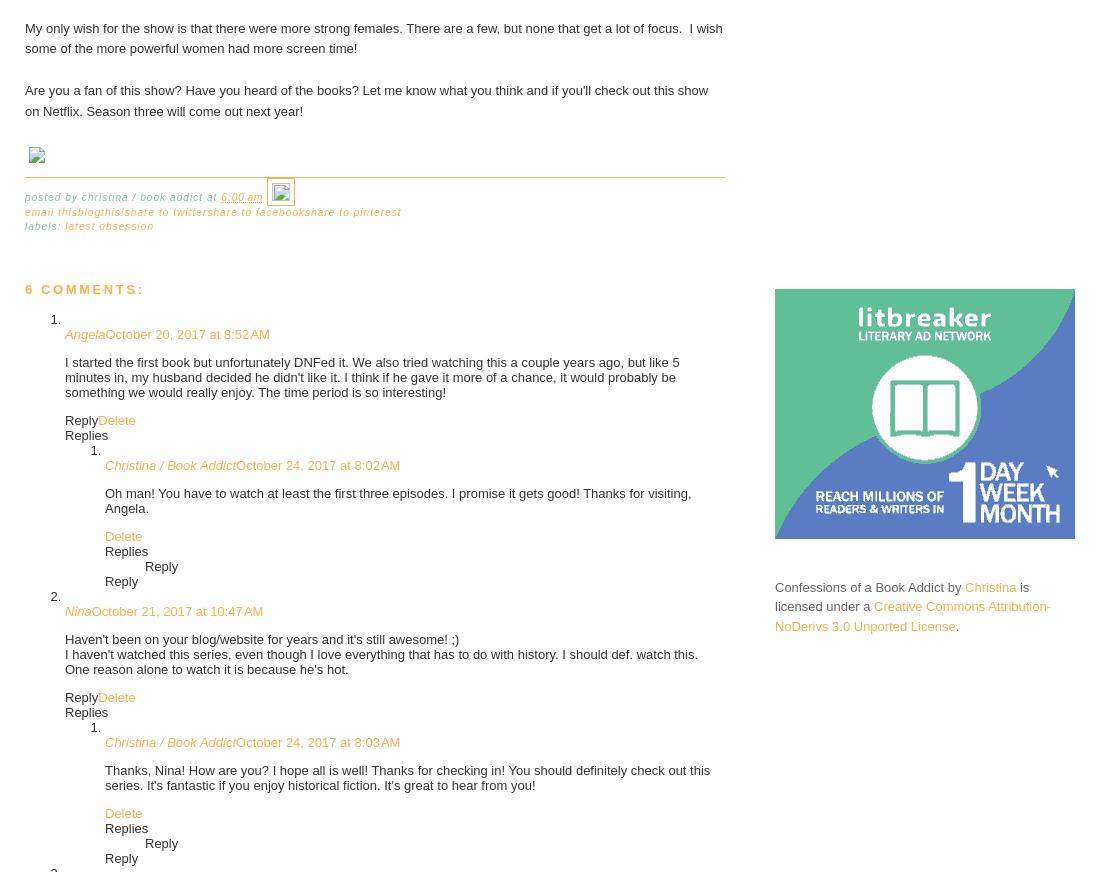  Describe the element at coordinates (242, 197) in the screenshot. I see `'6:00 AM'` at that location.